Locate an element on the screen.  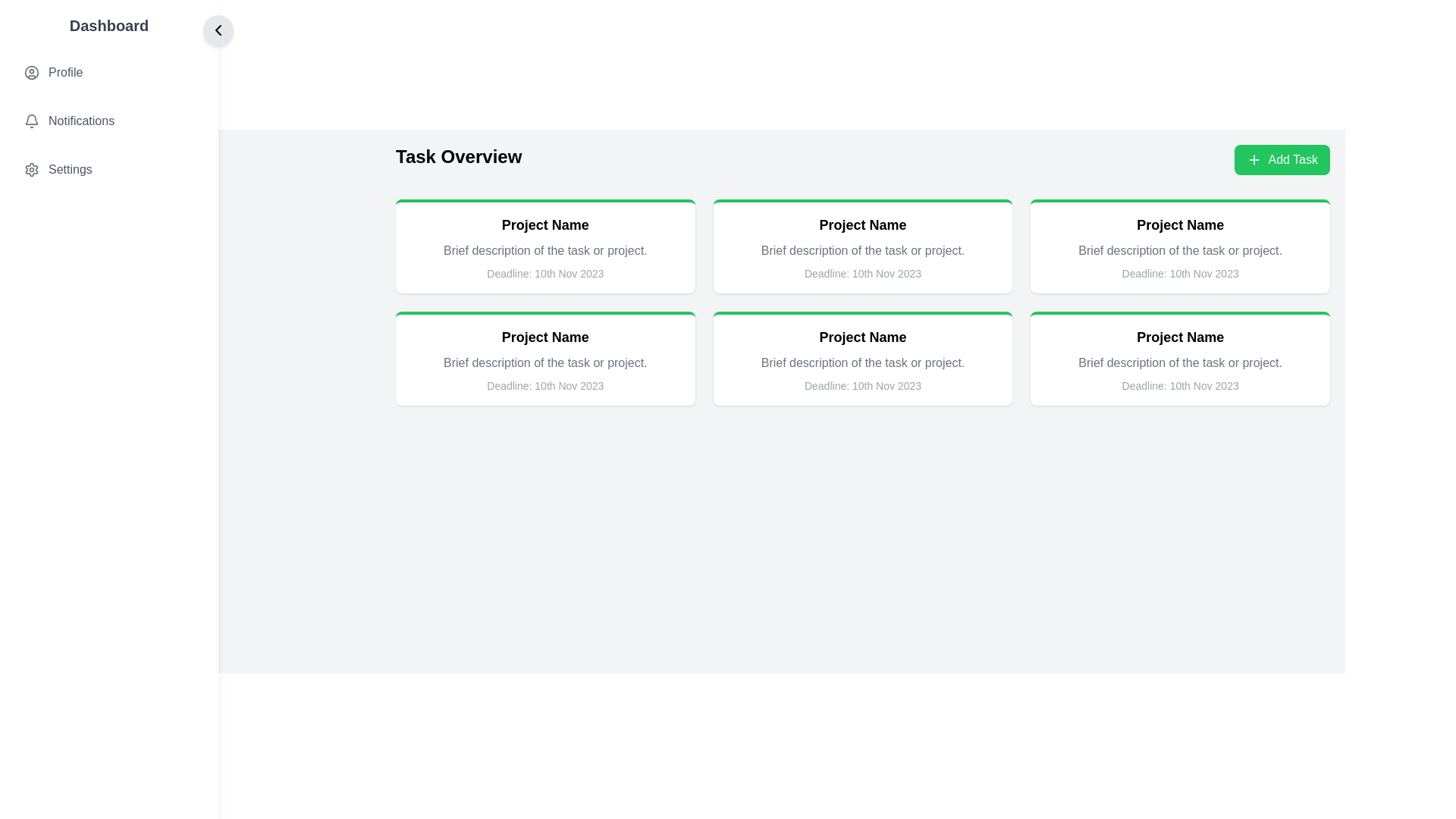
text content of the bold static label that displays 'Project Name', positioned at the top-center of a green-bordered box is located at coordinates (862, 225).